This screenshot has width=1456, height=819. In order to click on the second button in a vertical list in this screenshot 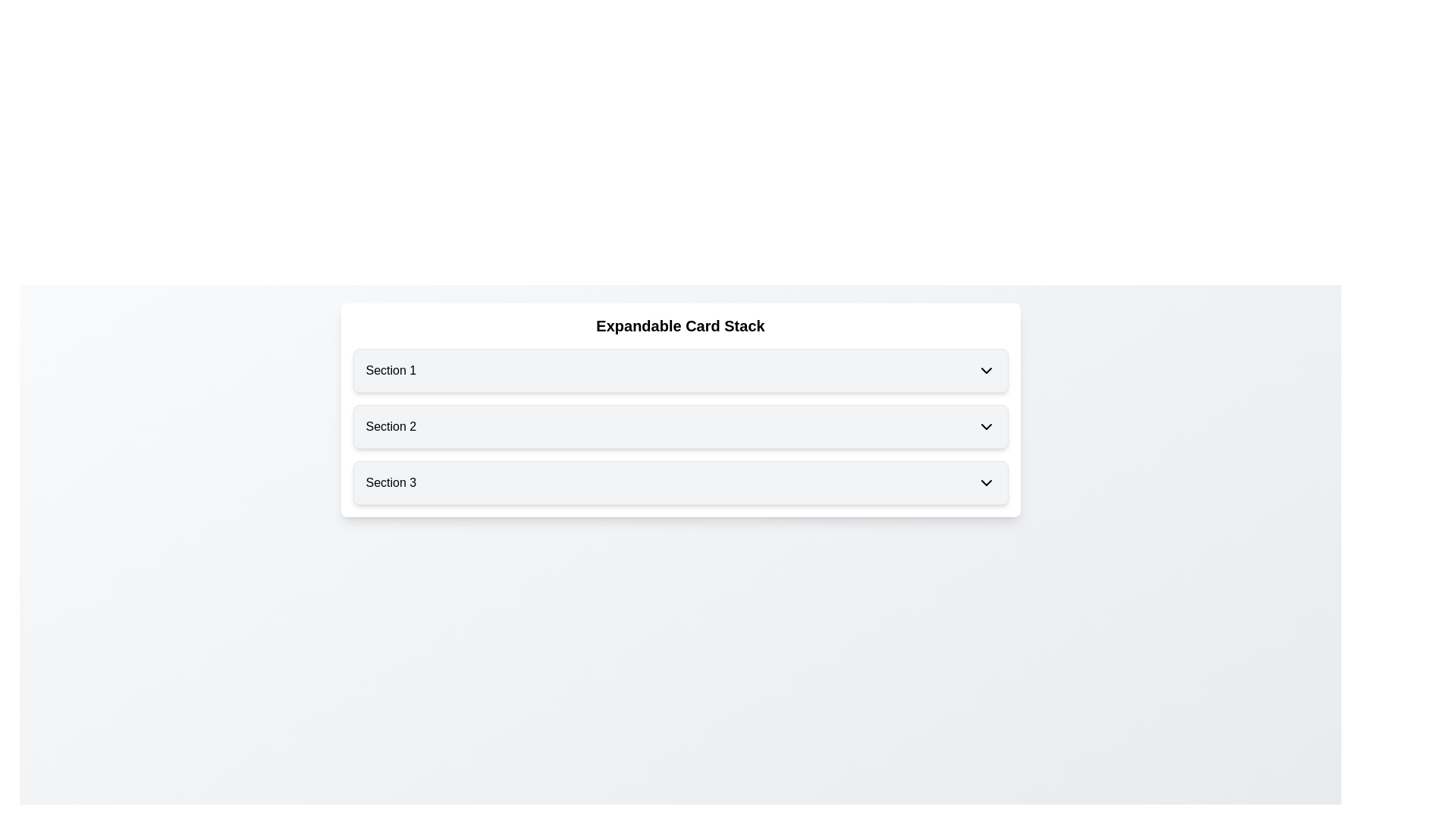, I will do `click(679, 427)`.